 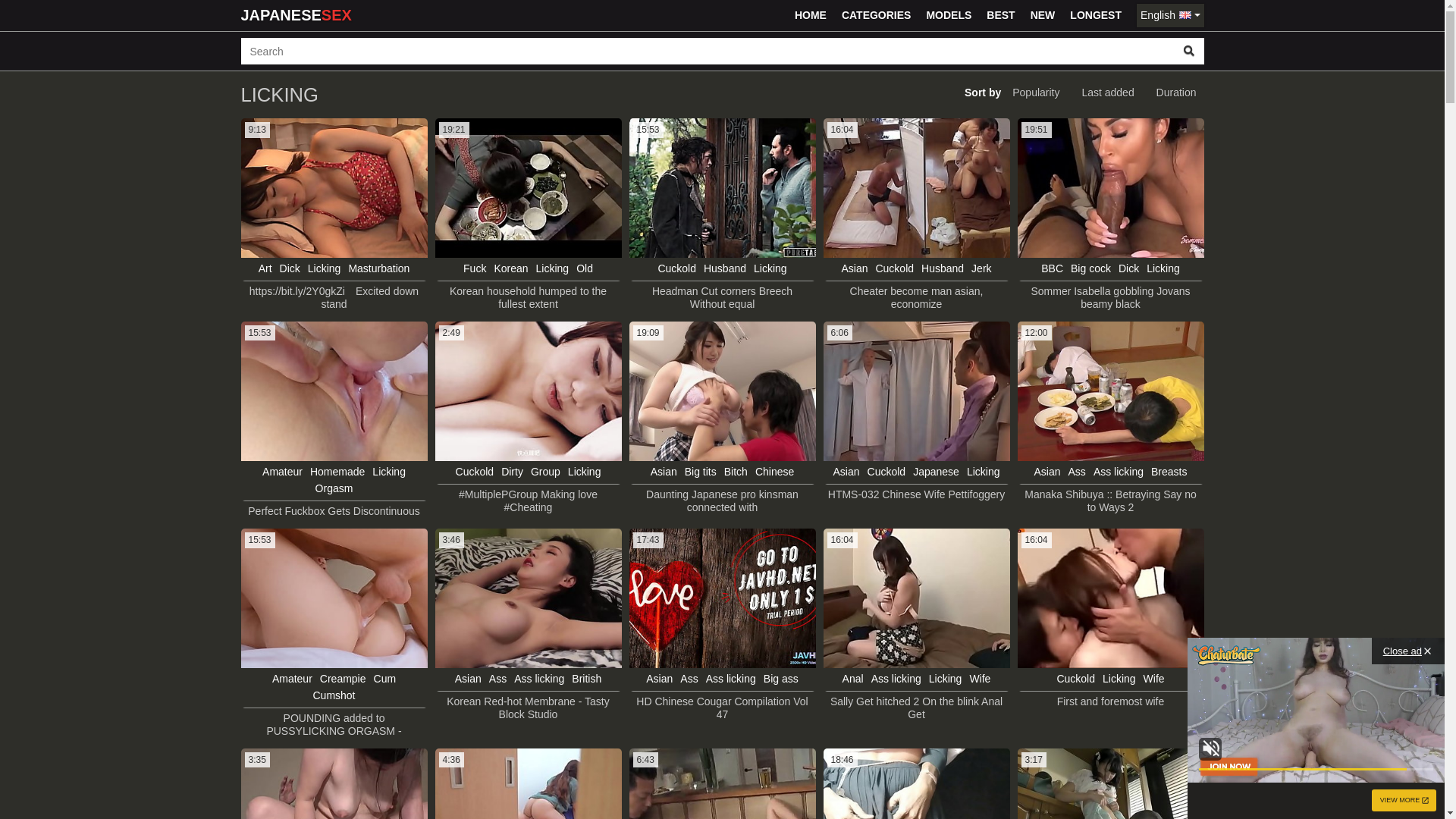 What do you see at coordinates (1000, 15) in the screenshot?
I see `'BEST'` at bounding box center [1000, 15].